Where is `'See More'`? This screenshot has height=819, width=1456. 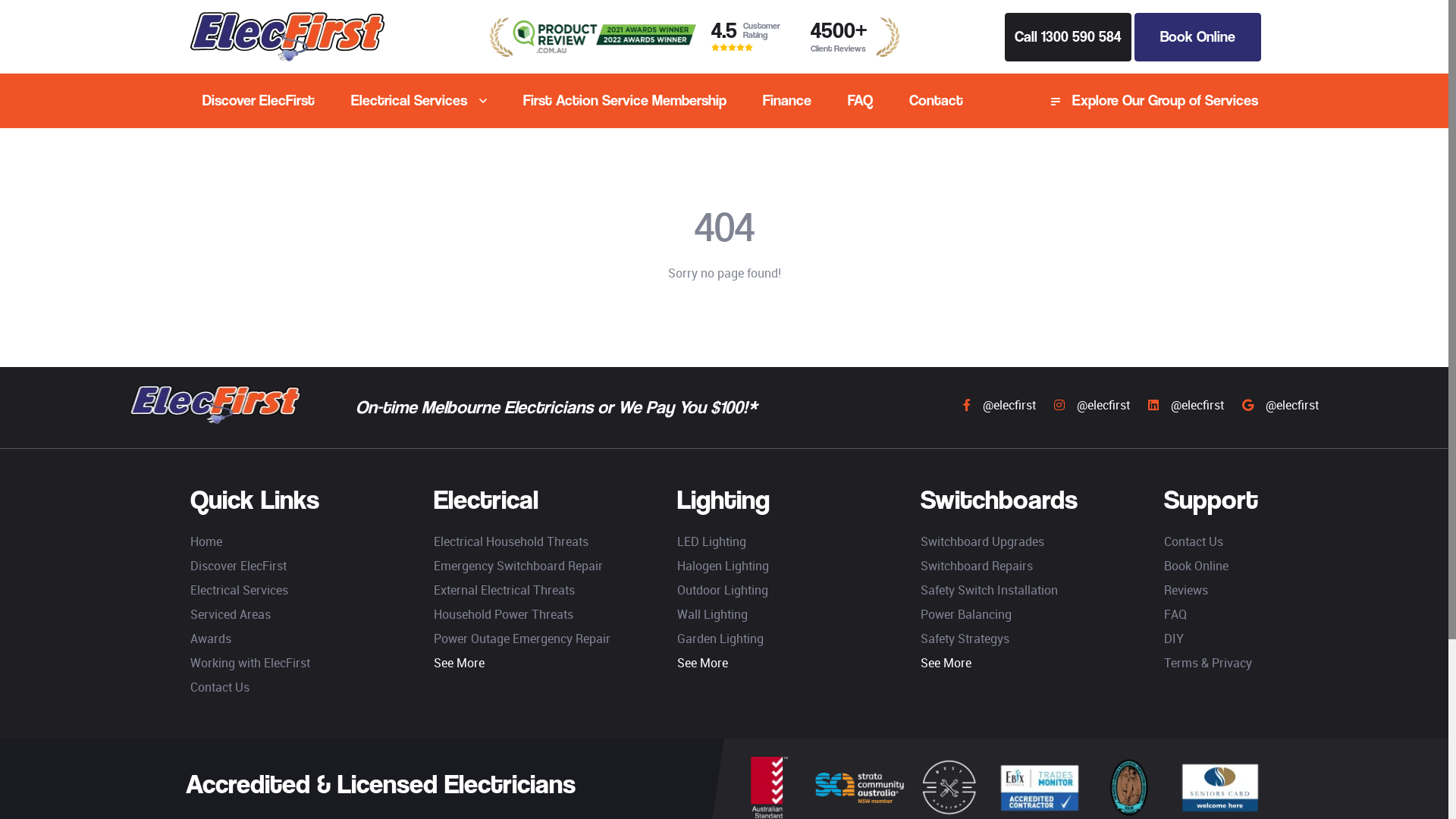 'See More' is located at coordinates (920, 662).